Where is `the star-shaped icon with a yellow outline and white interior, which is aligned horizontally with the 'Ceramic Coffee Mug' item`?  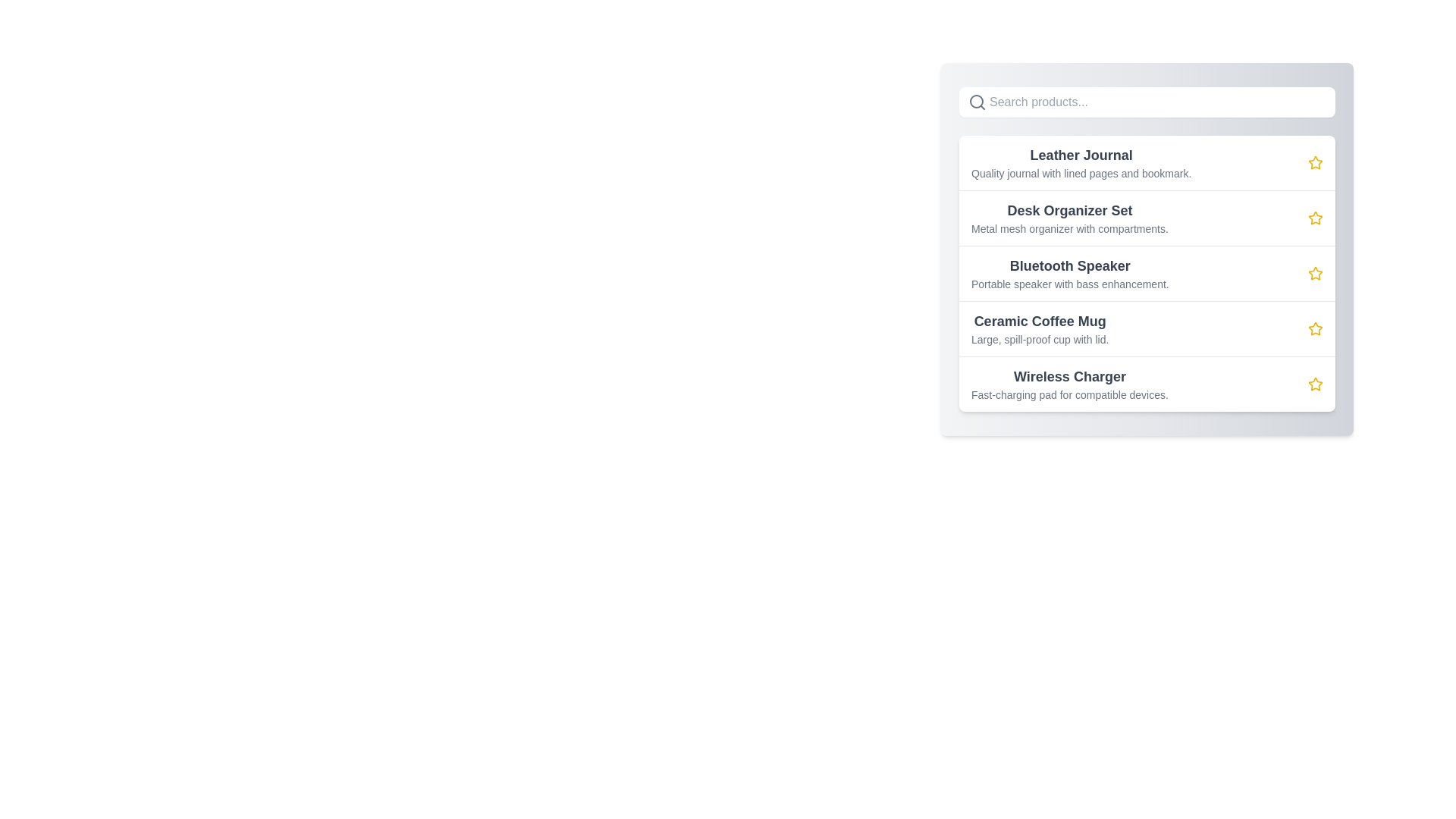
the star-shaped icon with a yellow outline and white interior, which is aligned horizontally with the 'Ceramic Coffee Mug' item is located at coordinates (1314, 328).